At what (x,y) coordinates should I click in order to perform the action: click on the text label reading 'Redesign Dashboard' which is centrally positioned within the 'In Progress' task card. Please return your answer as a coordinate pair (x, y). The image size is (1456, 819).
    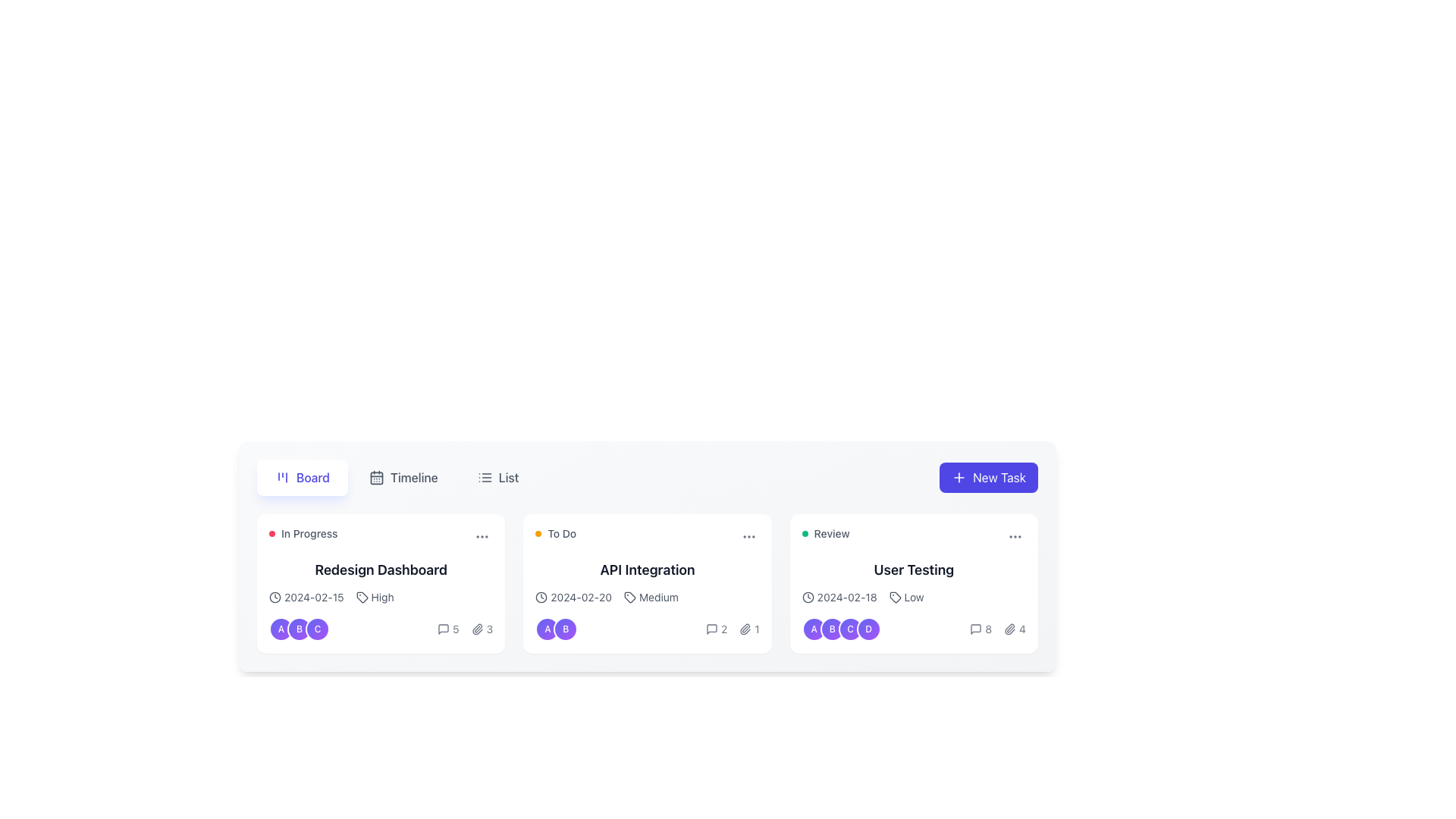
    Looking at the image, I should click on (381, 570).